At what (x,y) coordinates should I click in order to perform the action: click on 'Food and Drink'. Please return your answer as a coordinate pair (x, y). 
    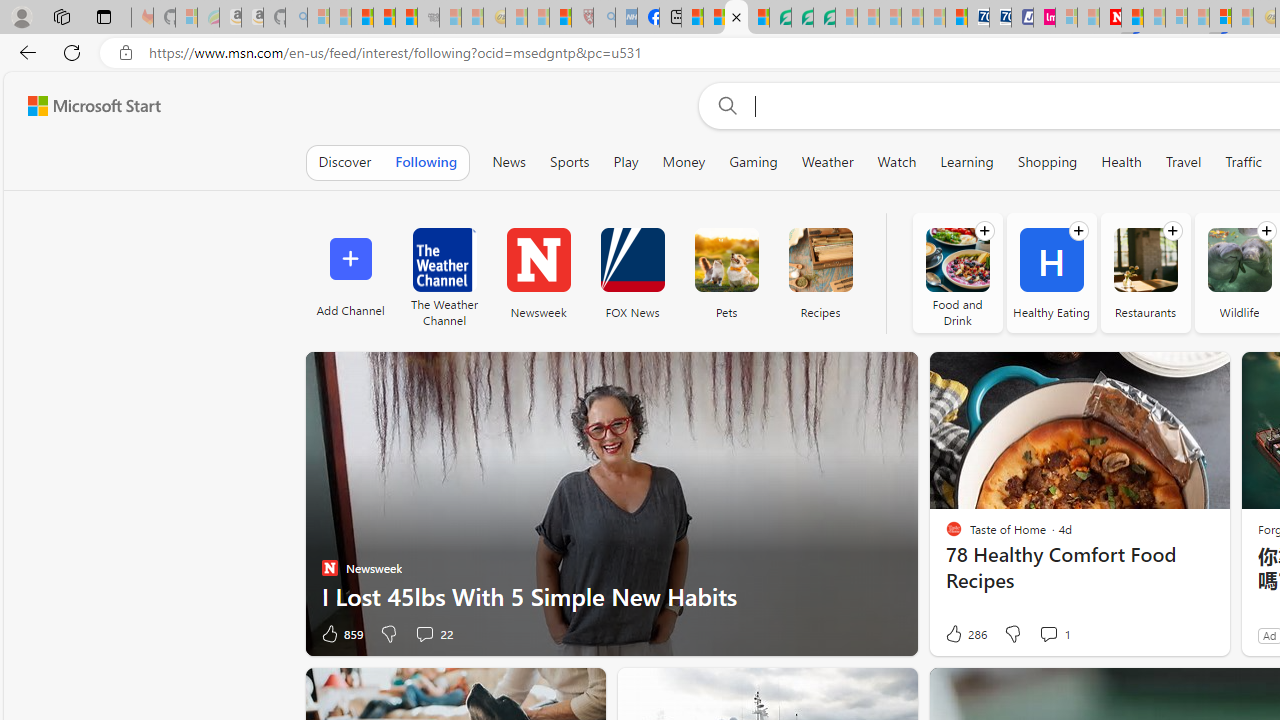
    Looking at the image, I should click on (956, 259).